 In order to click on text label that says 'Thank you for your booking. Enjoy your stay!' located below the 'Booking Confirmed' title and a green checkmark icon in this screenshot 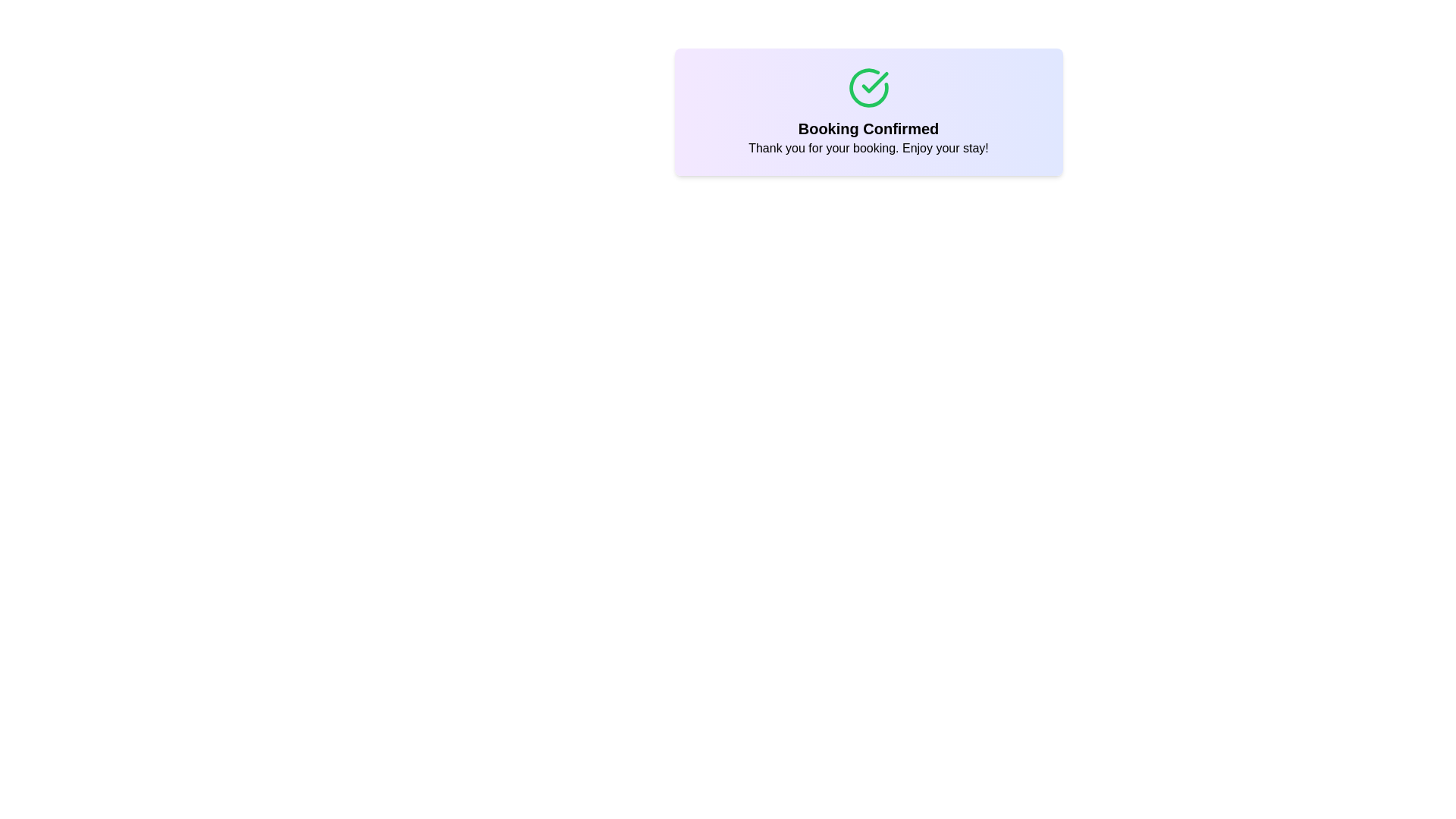, I will do `click(868, 149)`.